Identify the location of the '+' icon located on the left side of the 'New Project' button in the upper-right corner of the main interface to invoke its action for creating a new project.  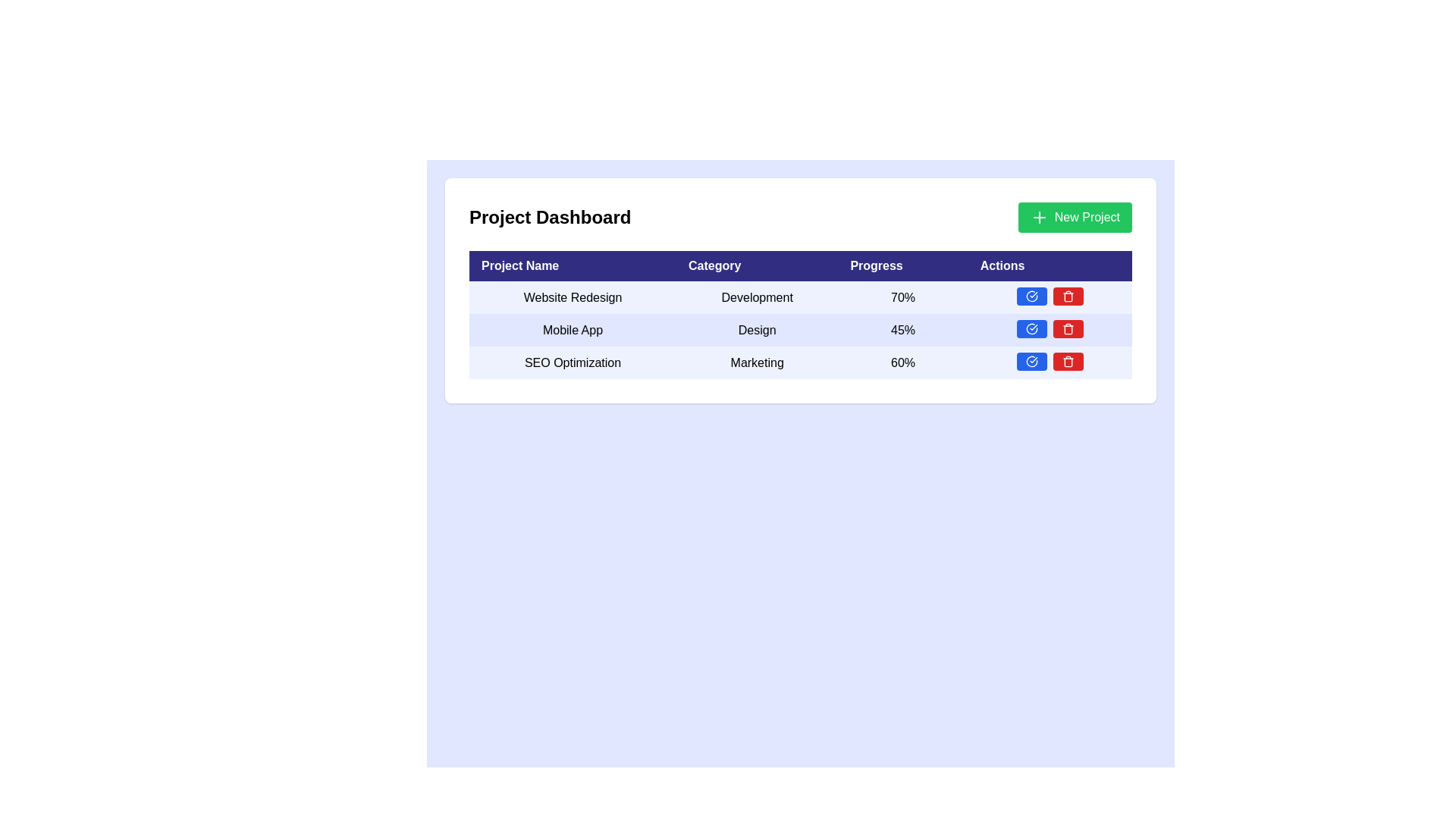
(1038, 217).